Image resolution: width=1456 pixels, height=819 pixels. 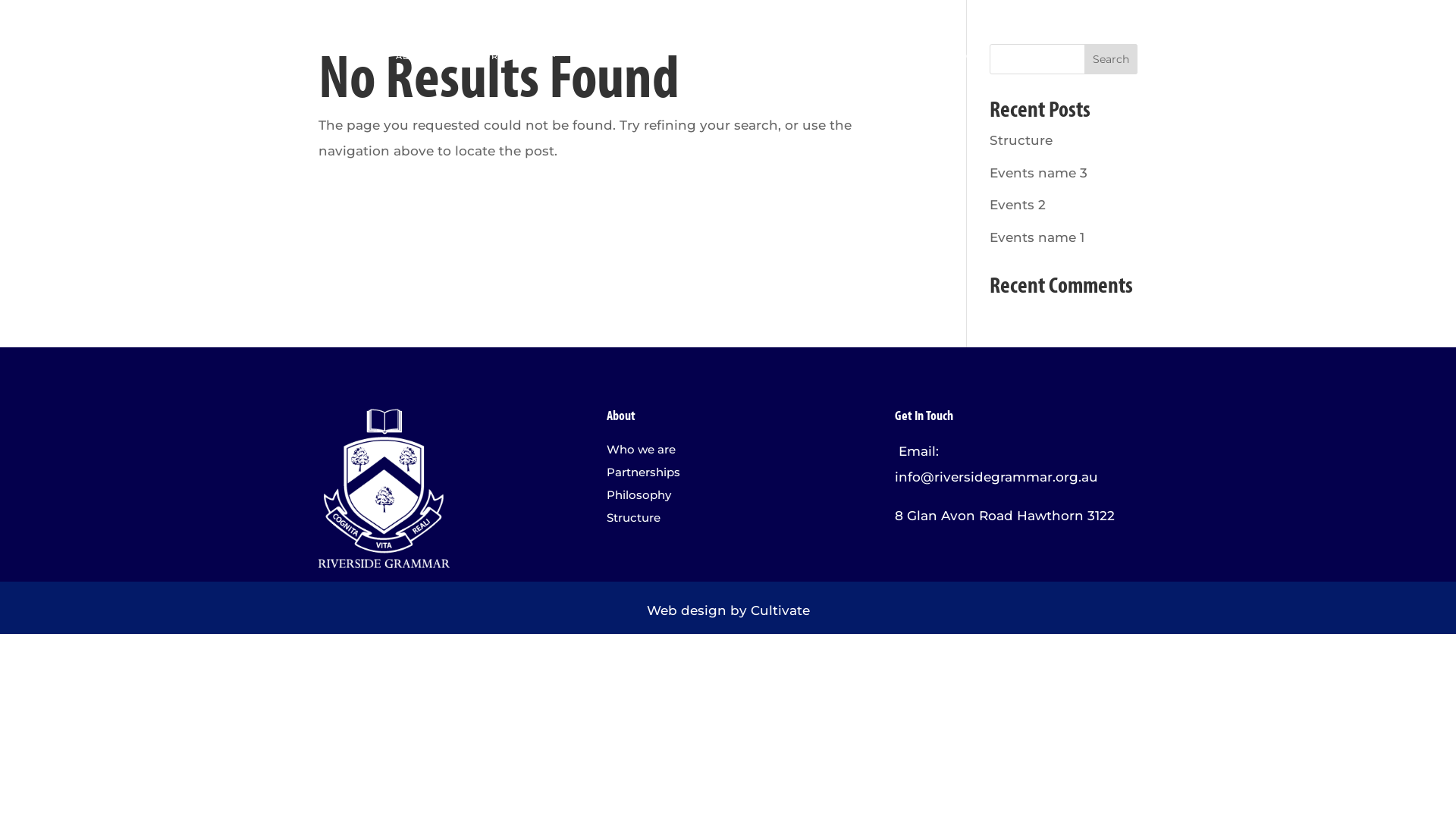 I want to click on 'info@riversidegrammar.org.au', so click(x=996, y=475).